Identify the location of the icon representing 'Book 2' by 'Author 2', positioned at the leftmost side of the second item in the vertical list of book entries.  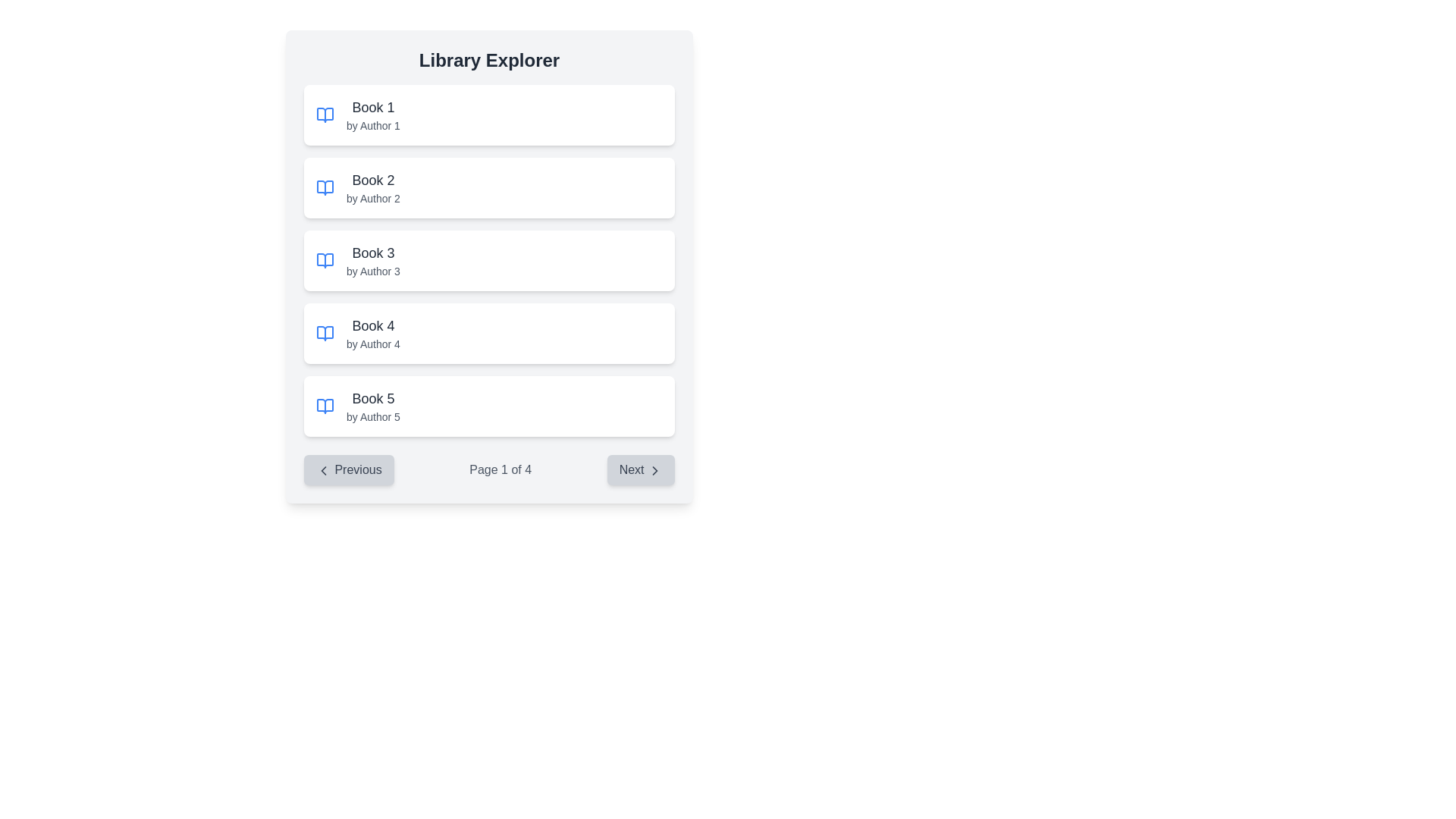
(324, 187).